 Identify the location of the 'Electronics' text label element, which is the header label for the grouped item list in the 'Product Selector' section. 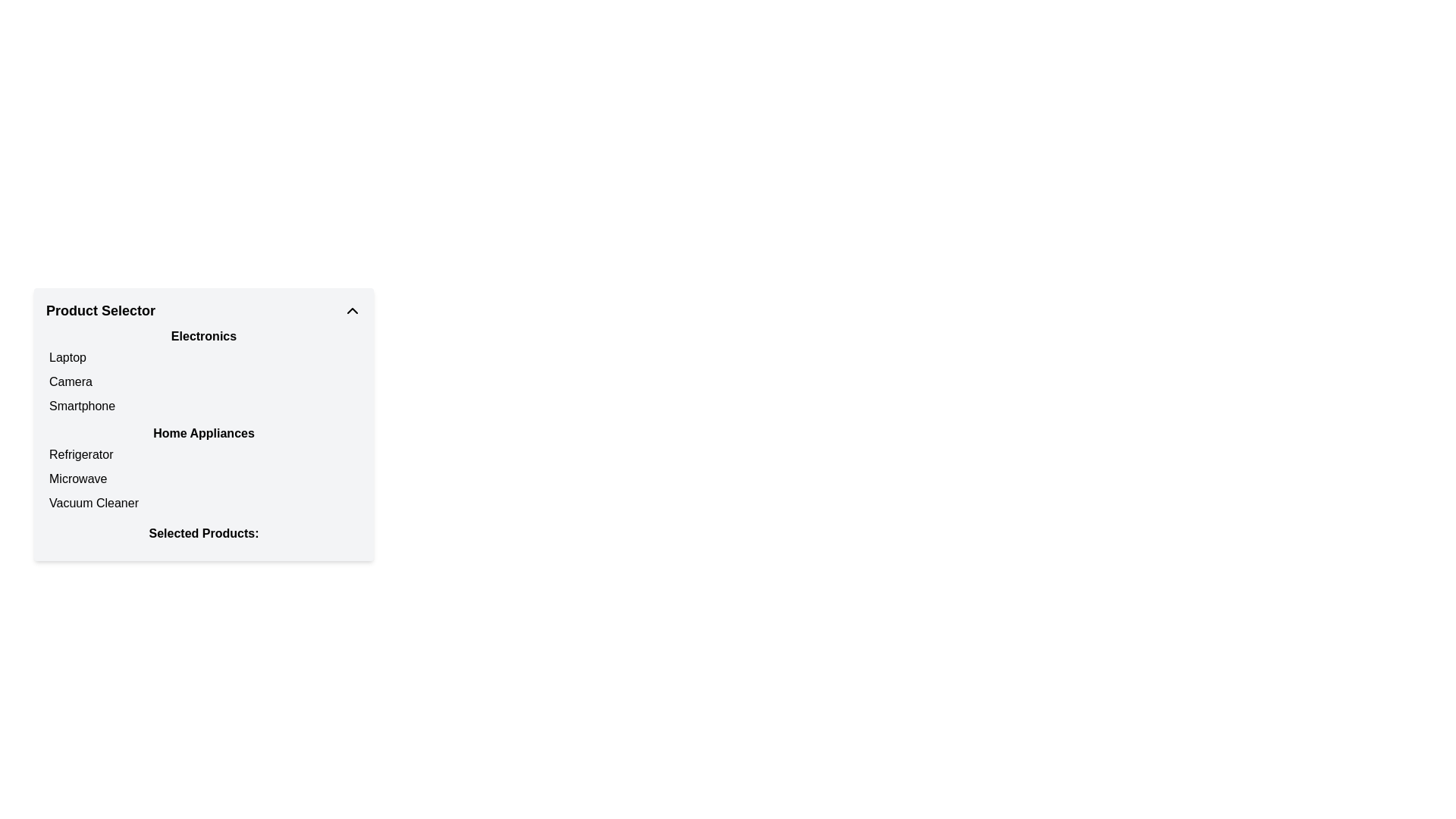
(202, 335).